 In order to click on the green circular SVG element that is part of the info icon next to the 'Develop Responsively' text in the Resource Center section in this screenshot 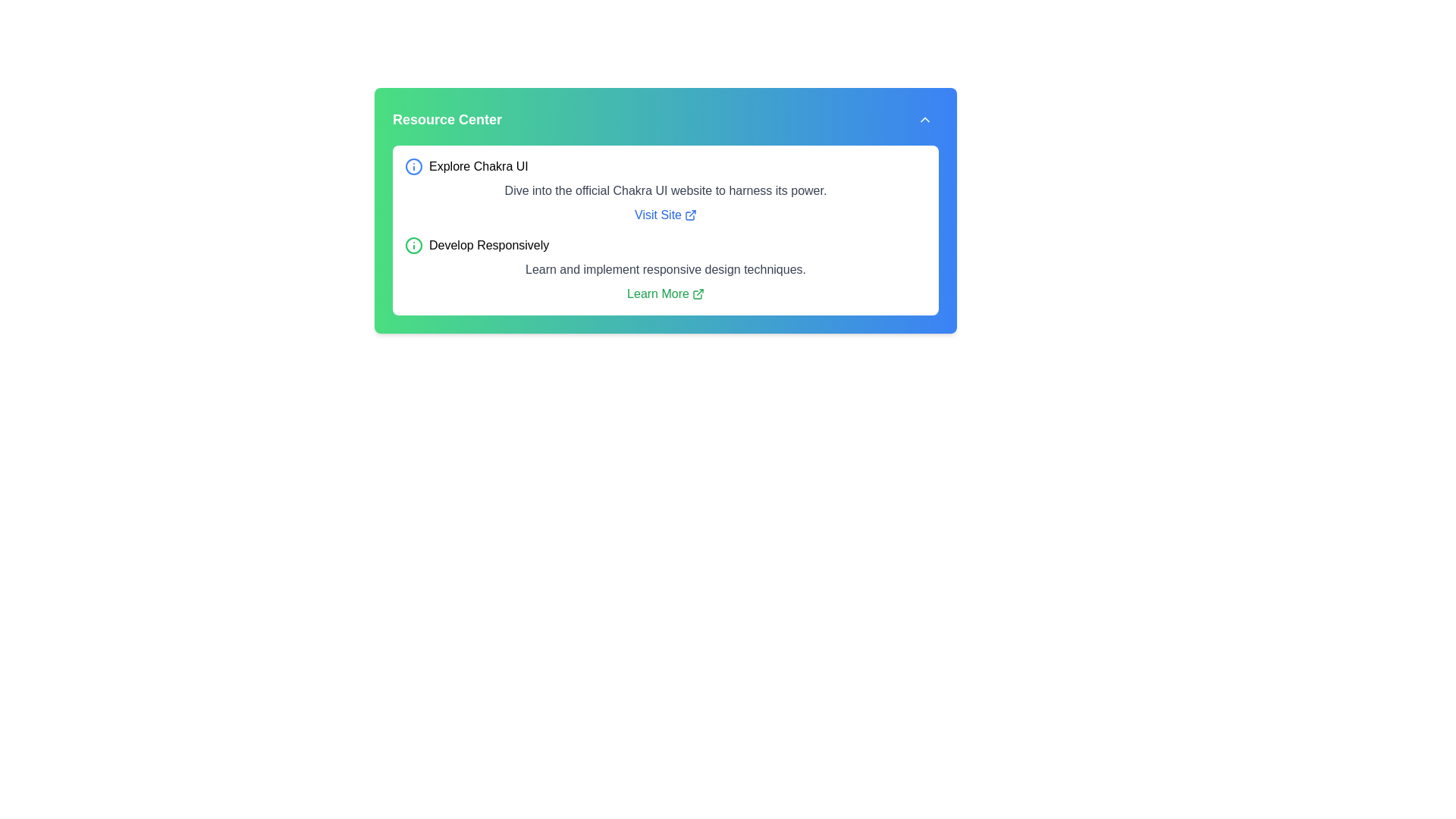, I will do `click(414, 245)`.